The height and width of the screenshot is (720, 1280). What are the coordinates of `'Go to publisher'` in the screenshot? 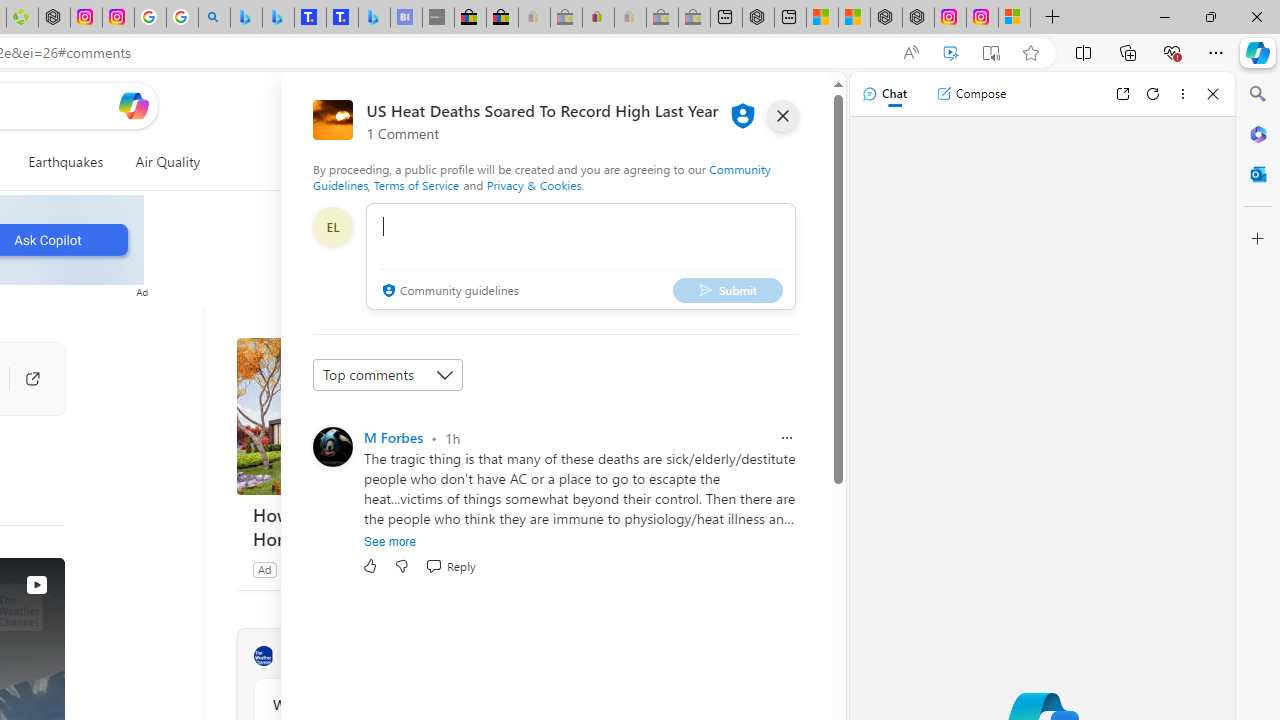 It's located at (22, 379).